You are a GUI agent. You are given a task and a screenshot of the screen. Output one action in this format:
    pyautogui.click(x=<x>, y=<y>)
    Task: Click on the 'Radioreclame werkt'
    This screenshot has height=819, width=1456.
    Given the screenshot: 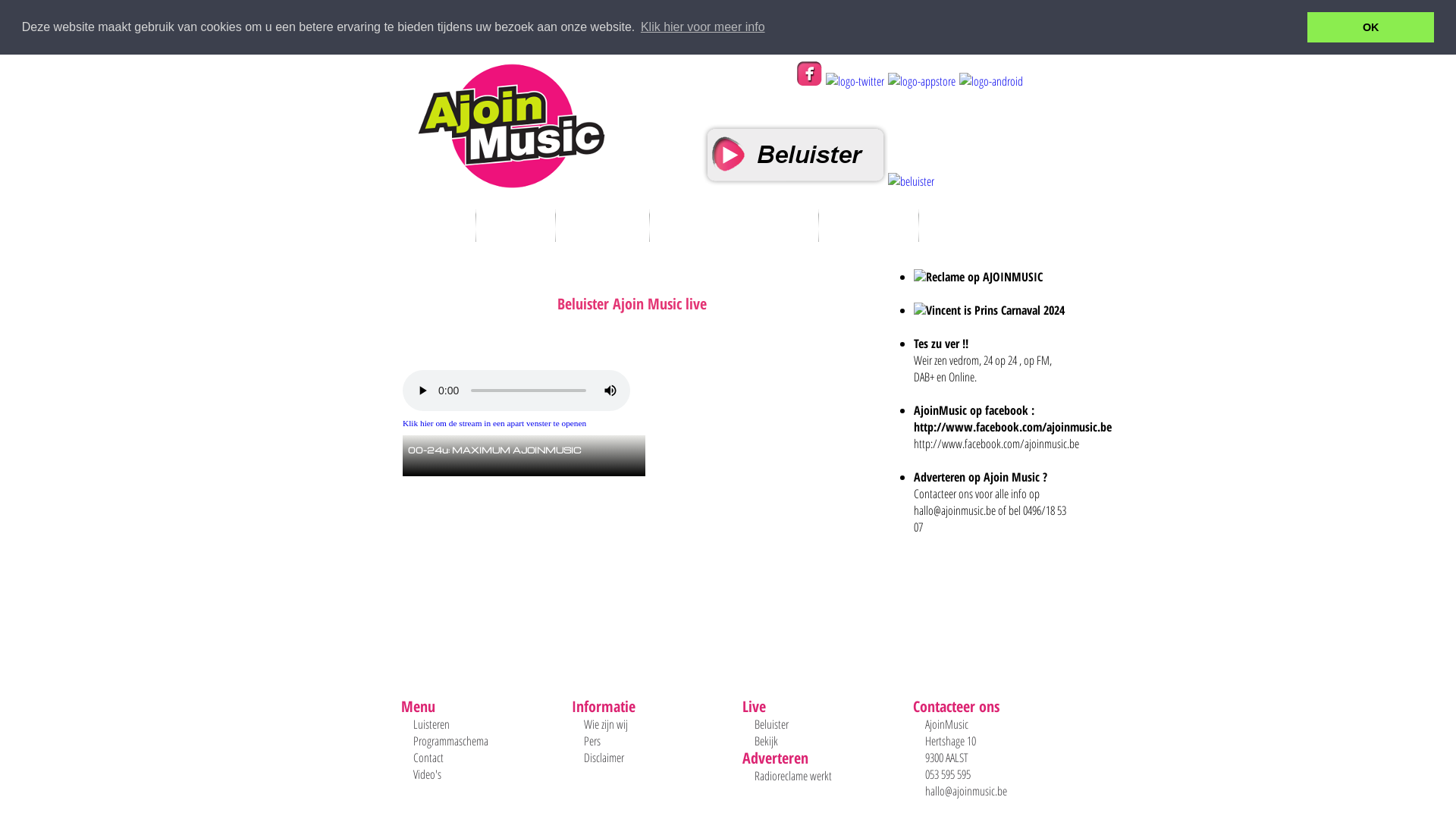 What is the action you would take?
    pyautogui.click(x=792, y=775)
    